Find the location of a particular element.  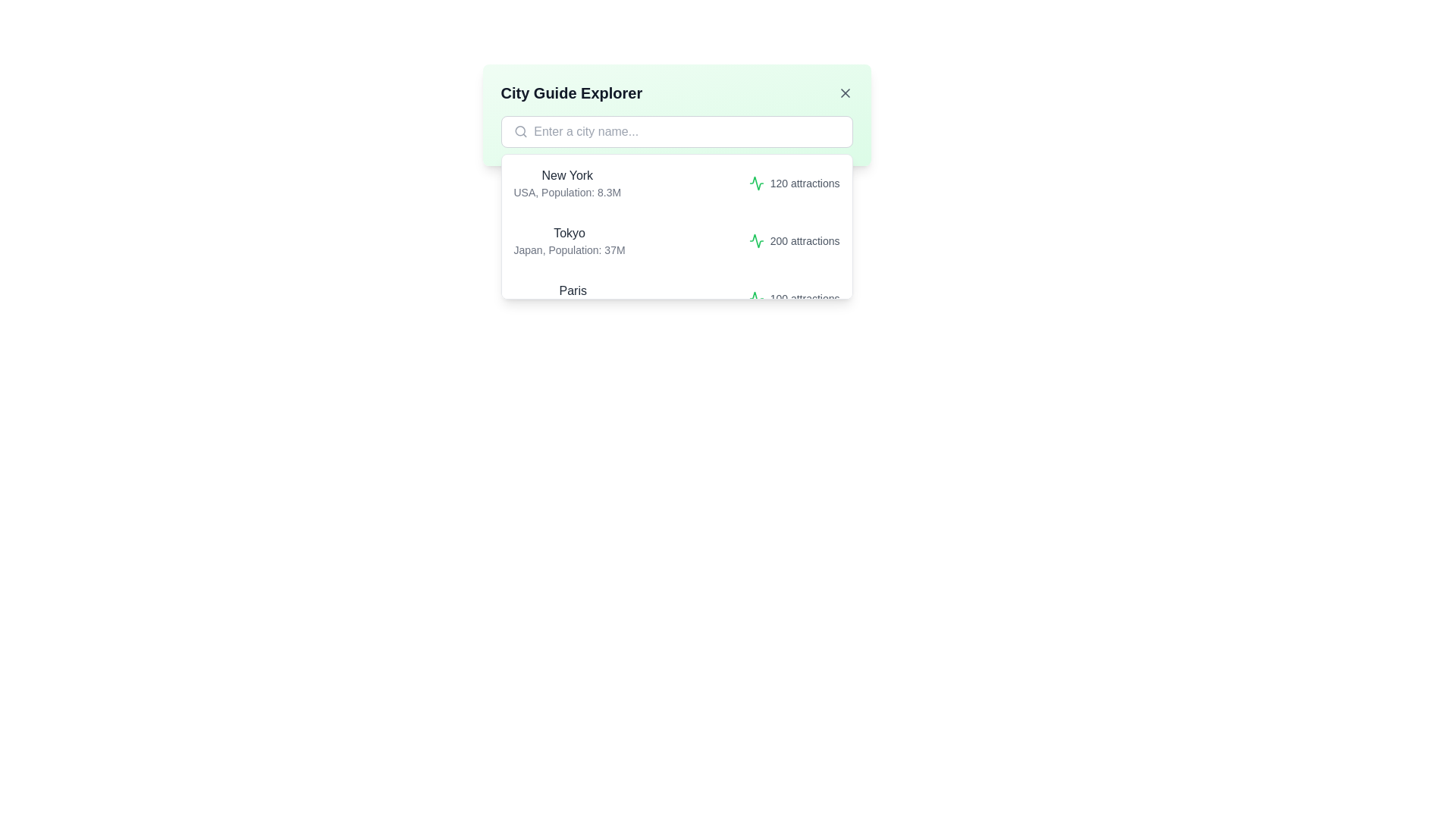

the SVG icon that visually indicates the count of '100 attractions' in the row aligned with 'Paris', located before the text-based information is located at coordinates (756, 298).